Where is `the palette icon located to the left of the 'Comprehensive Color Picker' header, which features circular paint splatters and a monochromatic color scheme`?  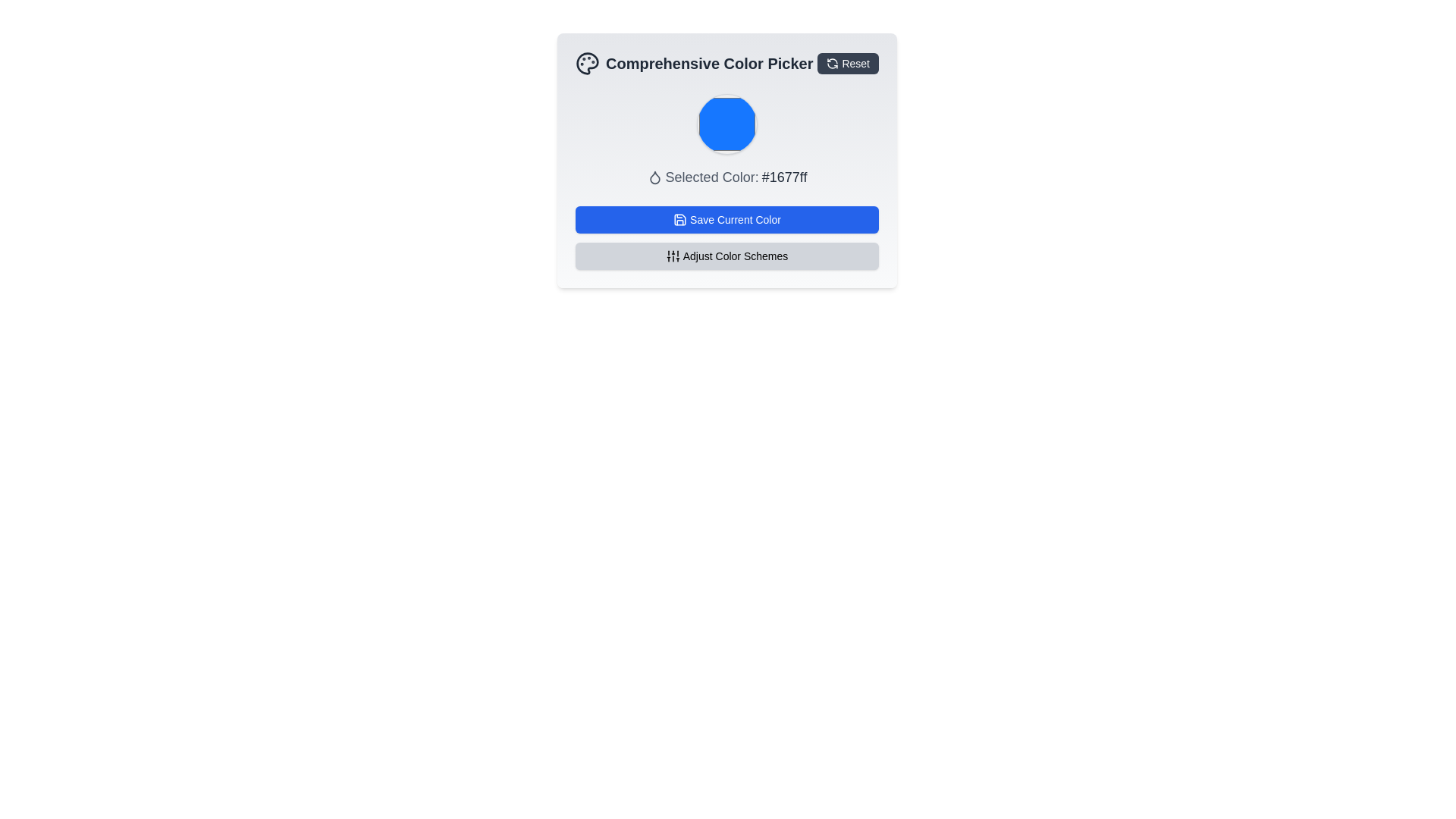
the palette icon located to the left of the 'Comprehensive Color Picker' header, which features circular paint splatters and a monochromatic color scheme is located at coordinates (586, 63).